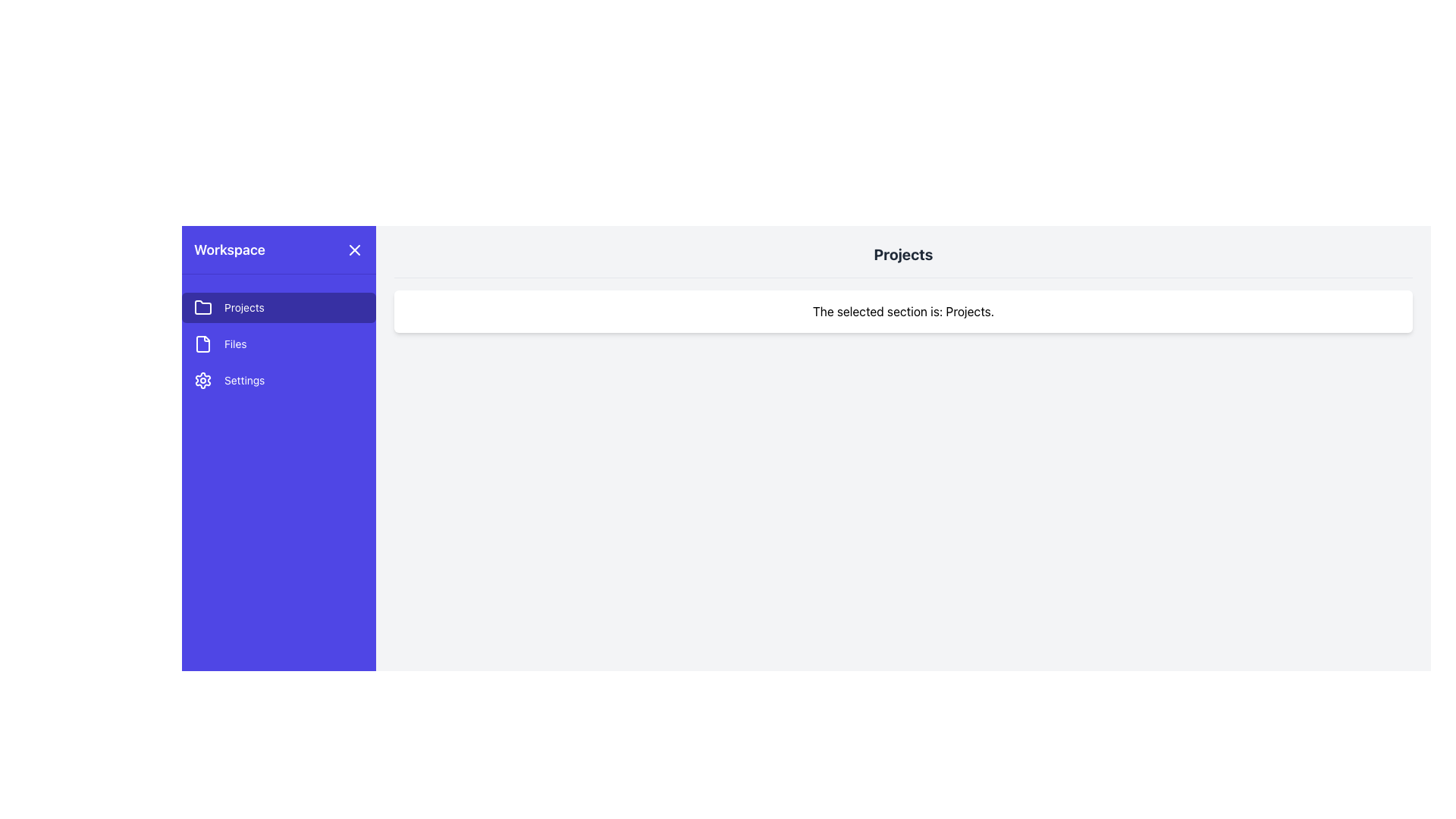  What do you see at coordinates (353, 249) in the screenshot?
I see `the close button styled as an 'X' icon located in the upper-right corner of the sidebar labeled 'Workspace' to observe hover effects` at bounding box center [353, 249].